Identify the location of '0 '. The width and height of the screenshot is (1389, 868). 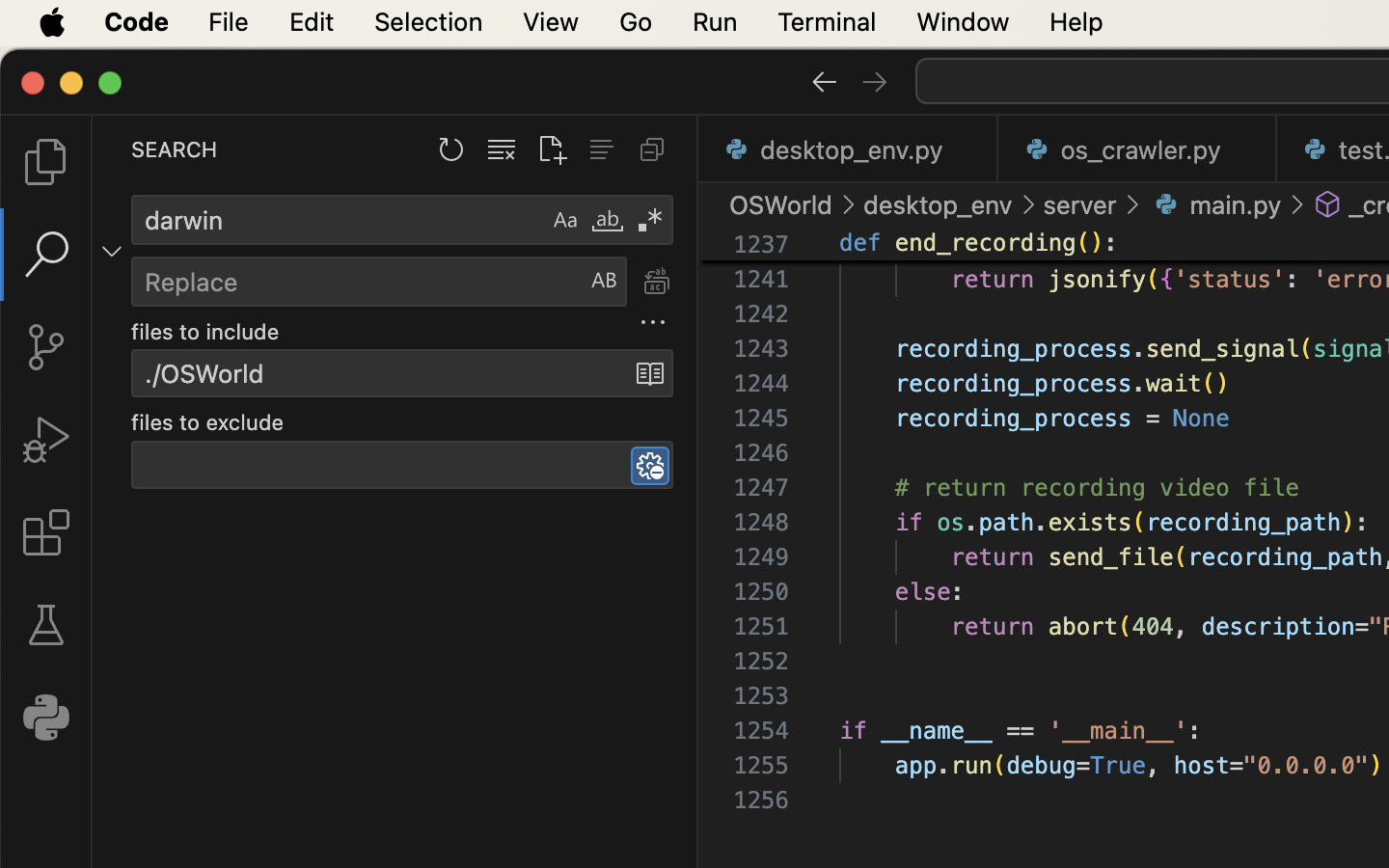
(44, 625).